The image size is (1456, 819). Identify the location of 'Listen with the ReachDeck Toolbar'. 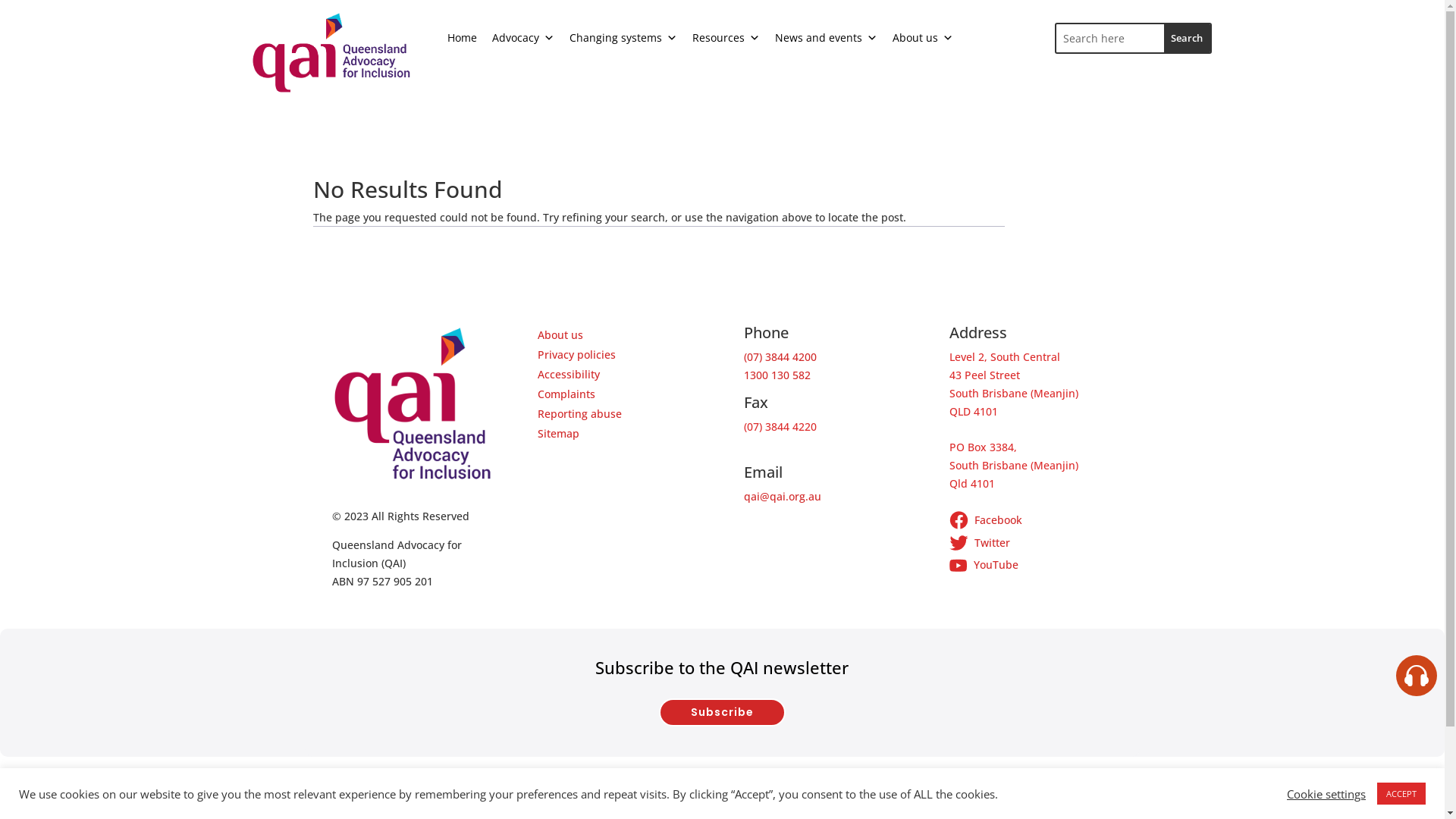
(1415, 675).